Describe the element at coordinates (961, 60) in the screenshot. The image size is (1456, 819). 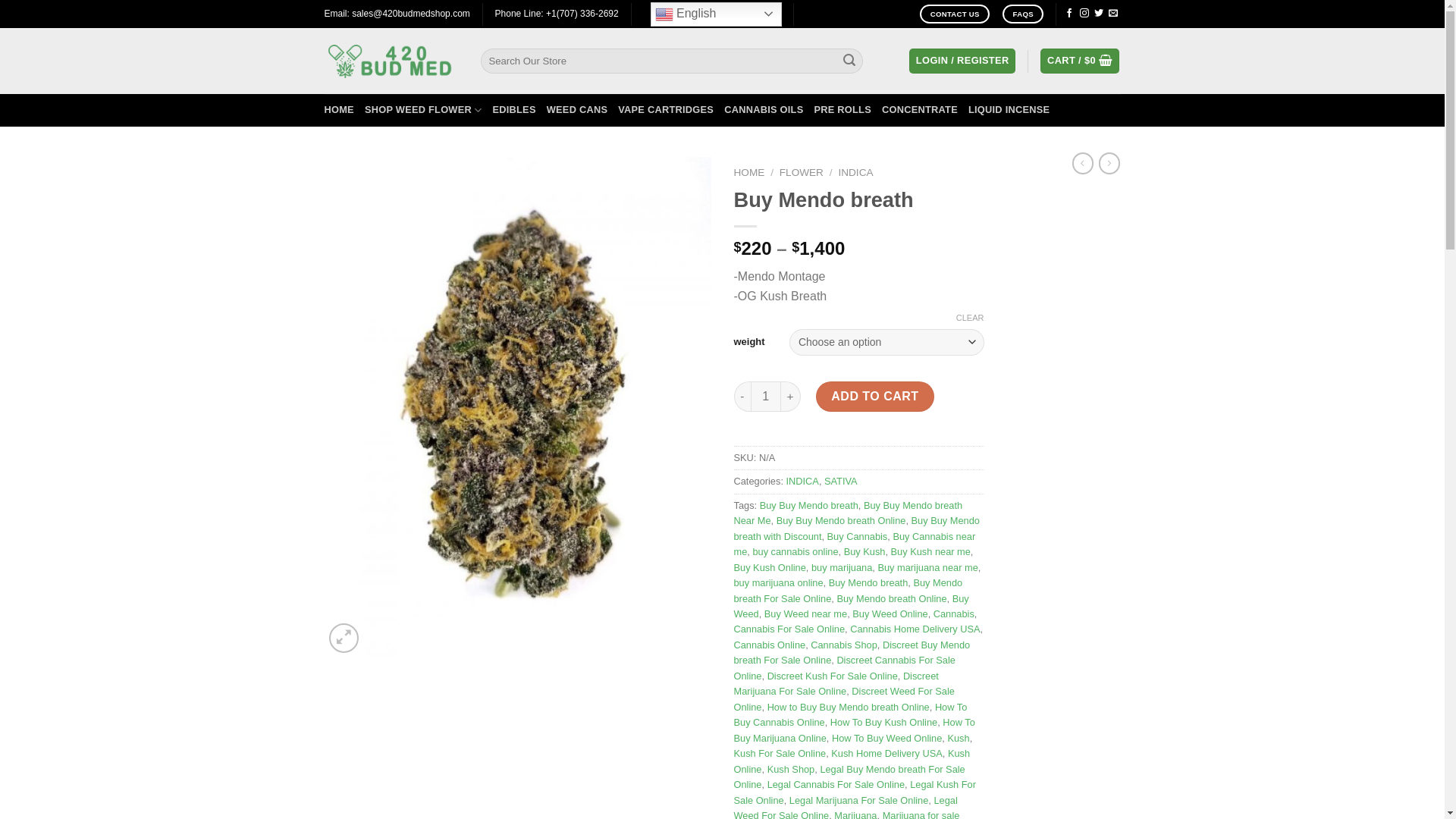
I see `'LOGIN / REGISTER'` at that location.